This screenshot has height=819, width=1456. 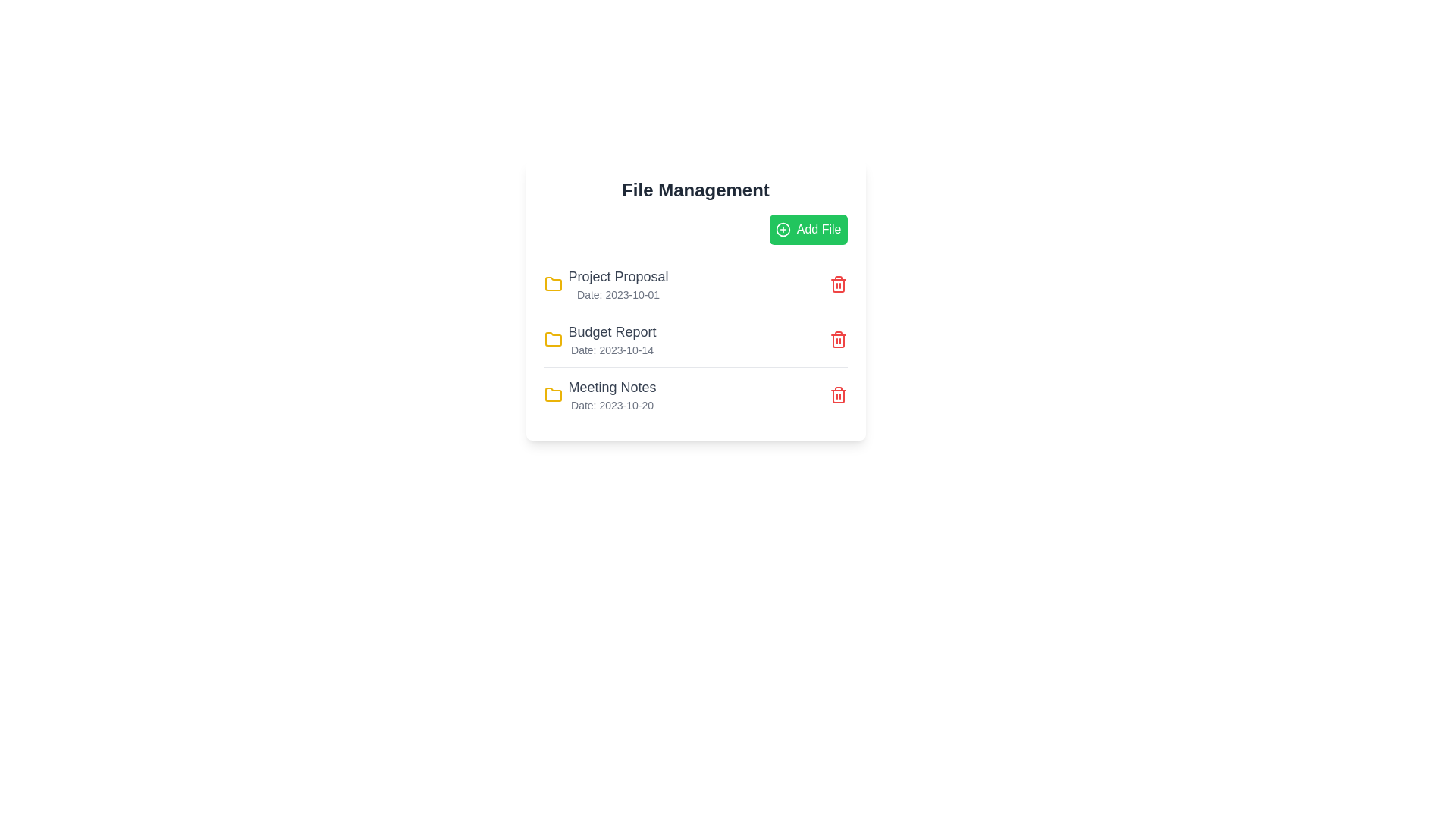 What do you see at coordinates (807, 230) in the screenshot?
I see `'Add File' button to add a new file` at bounding box center [807, 230].